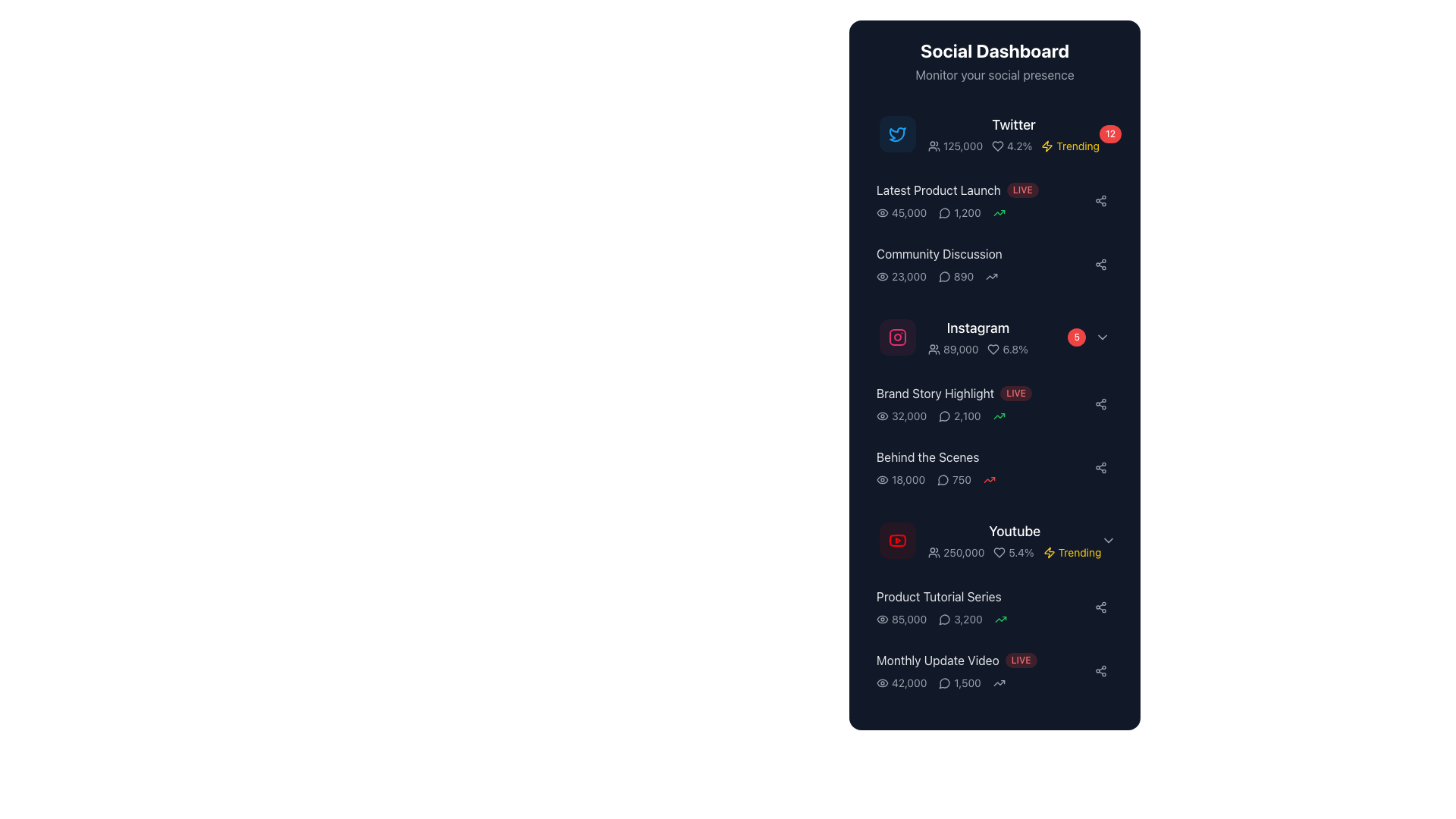 The image size is (1456, 819). Describe the element at coordinates (994, 200) in the screenshot. I see `the Information card displaying social media topic details including its label and status (LIVE) located` at that location.